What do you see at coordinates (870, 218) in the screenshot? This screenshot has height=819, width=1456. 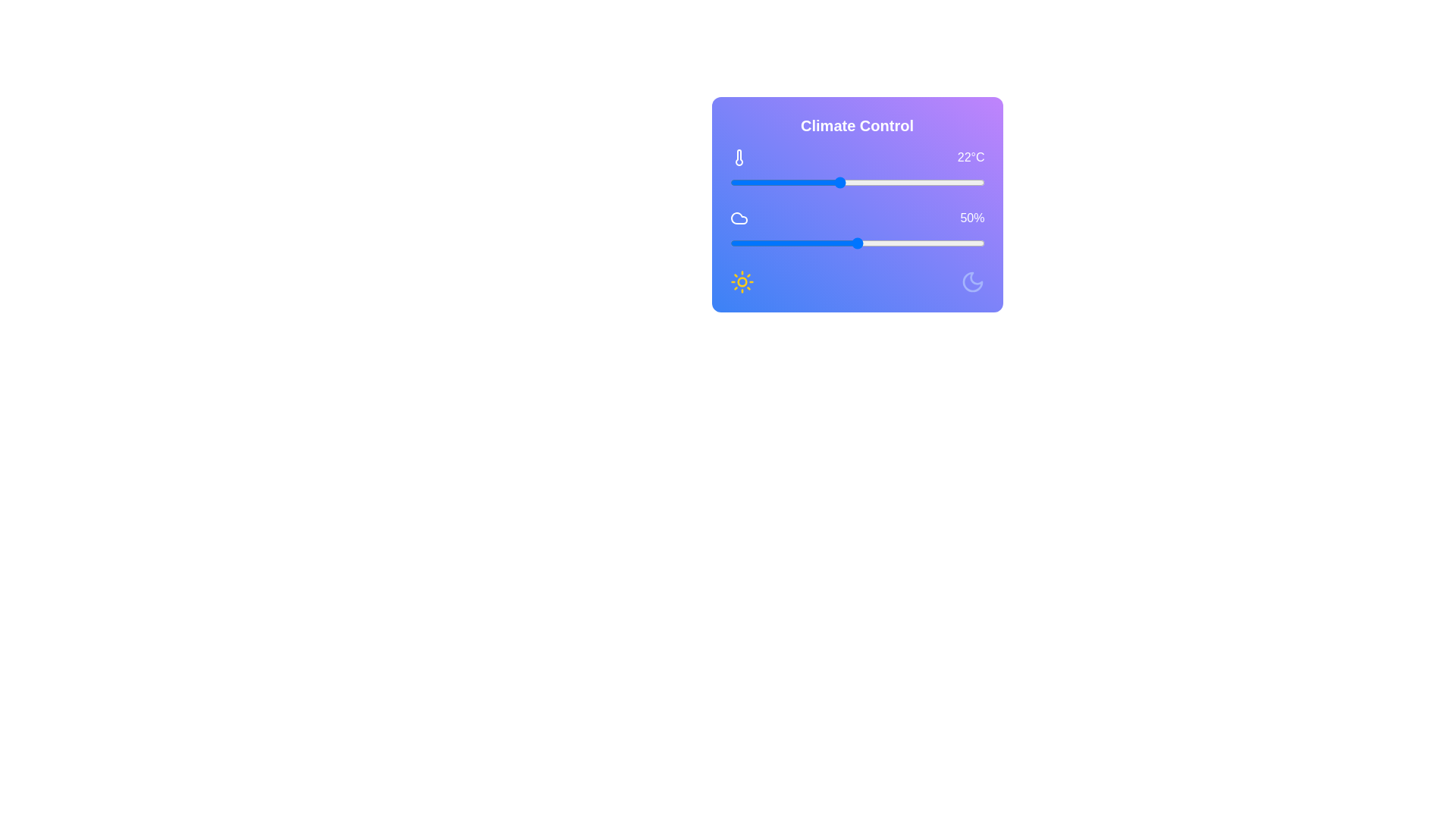 I see `the slider` at bounding box center [870, 218].